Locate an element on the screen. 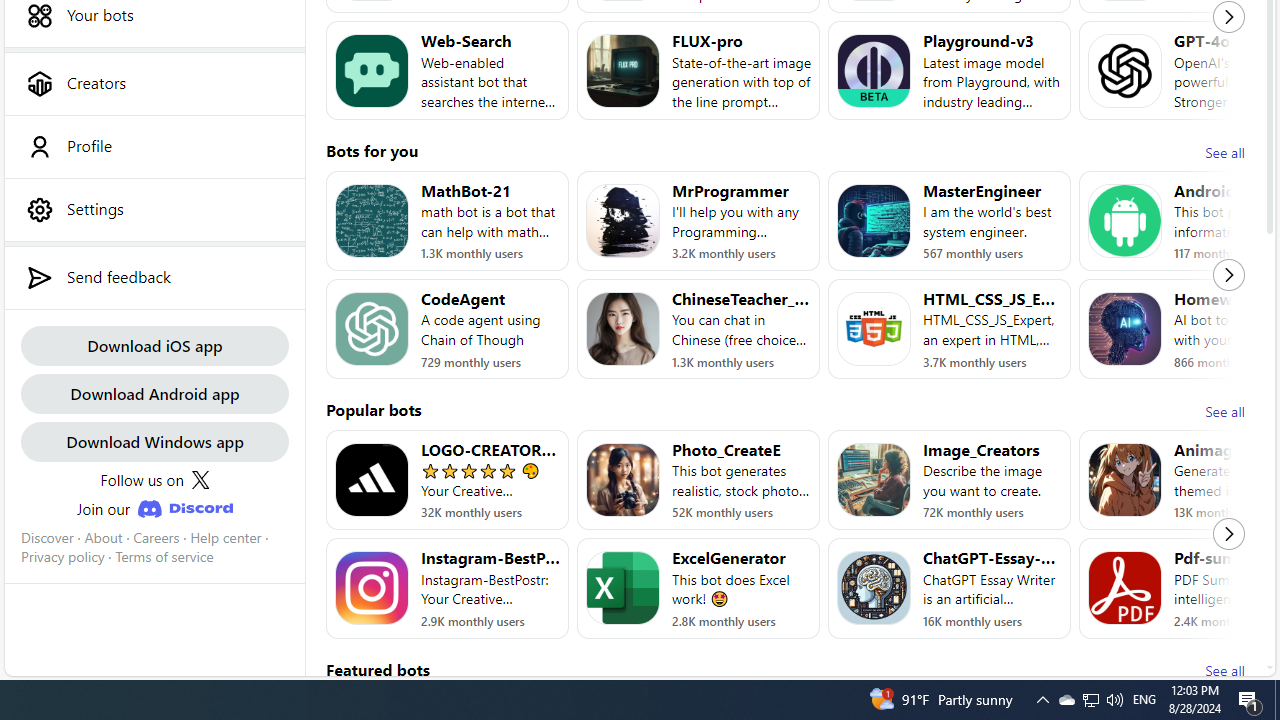 This screenshot has width=1280, height=720. 'Bot image for LOGO-CREATOR-AI' is located at coordinates (371, 480).